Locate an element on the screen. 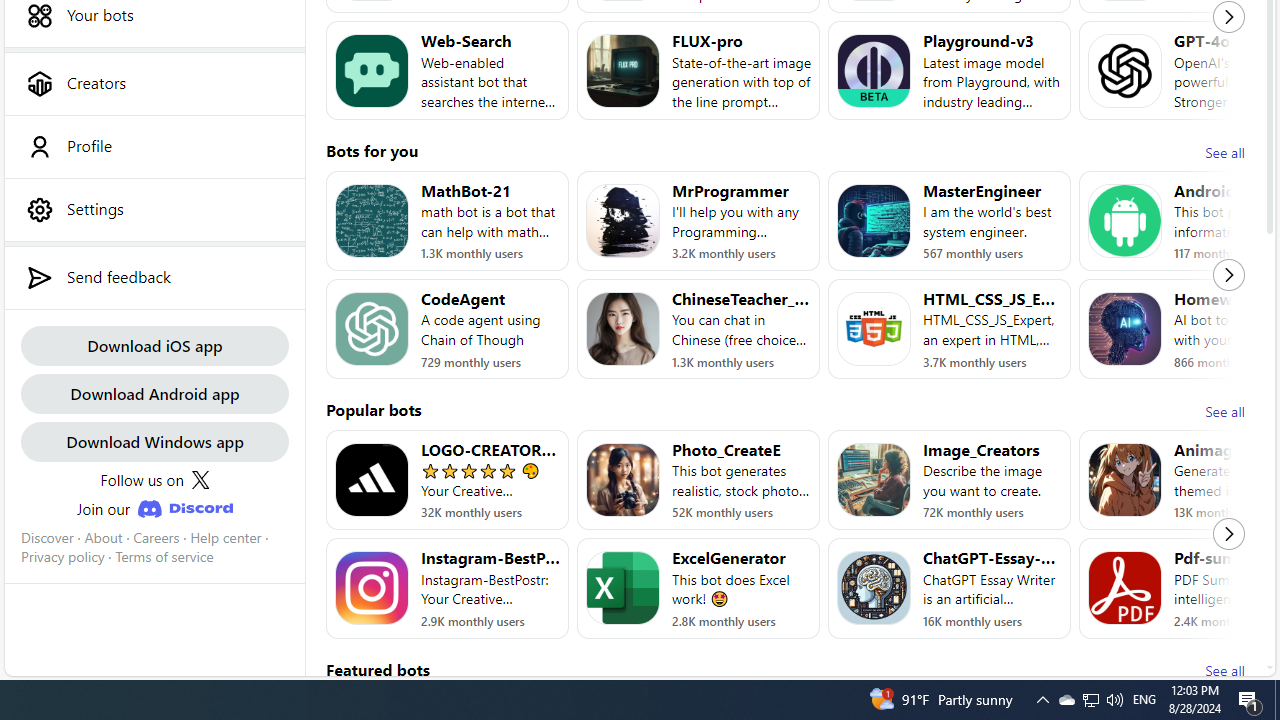 This screenshot has width=1280, height=720. 'Bot image for LOGO-CREATOR-AI' is located at coordinates (371, 480).